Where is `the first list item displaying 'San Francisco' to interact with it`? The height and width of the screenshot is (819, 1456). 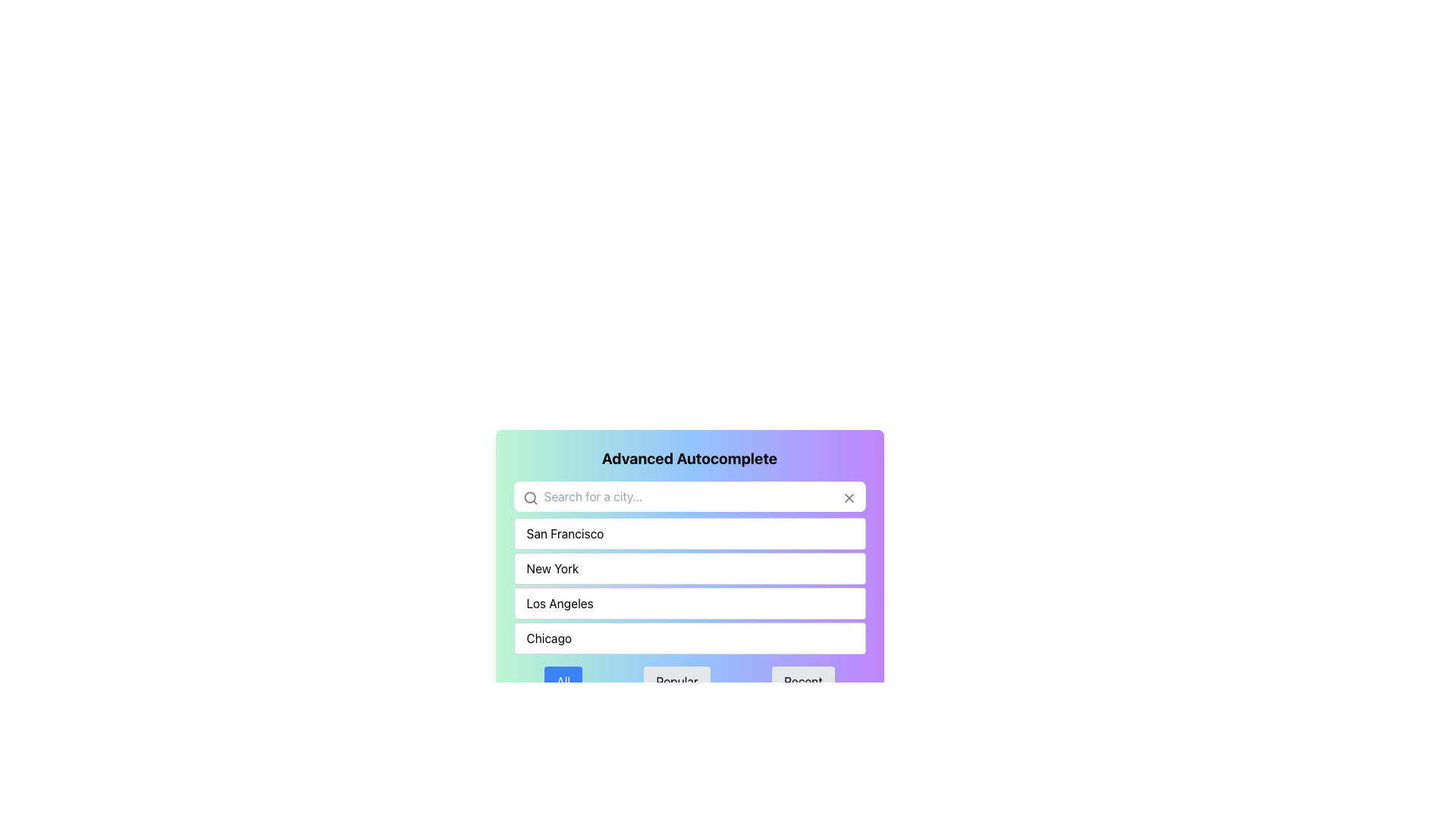
the first list item displaying 'San Francisco' to interact with it is located at coordinates (689, 533).